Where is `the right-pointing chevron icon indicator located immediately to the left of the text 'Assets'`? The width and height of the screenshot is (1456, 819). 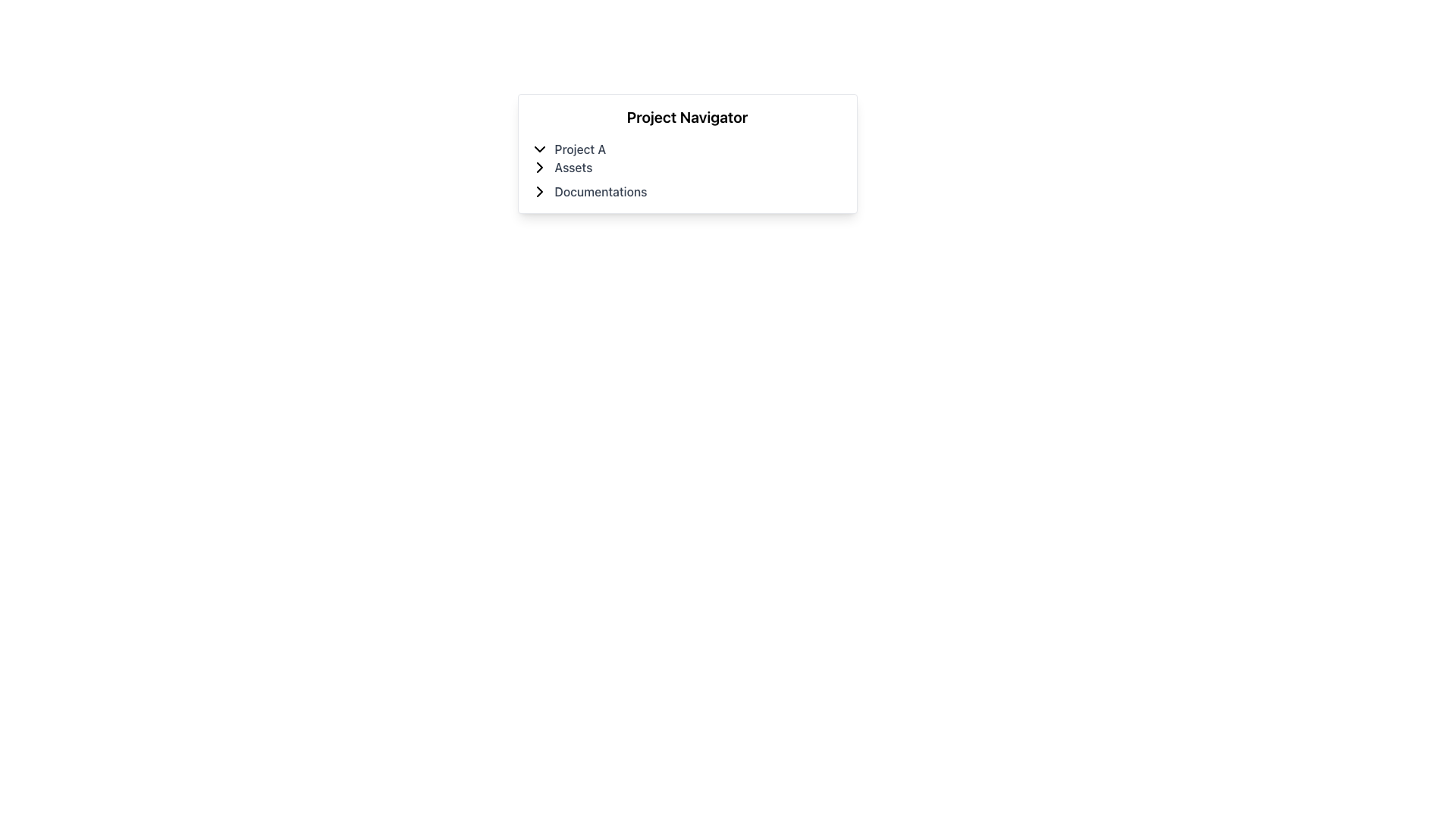 the right-pointing chevron icon indicator located immediately to the left of the text 'Assets' is located at coordinates (539, 167).